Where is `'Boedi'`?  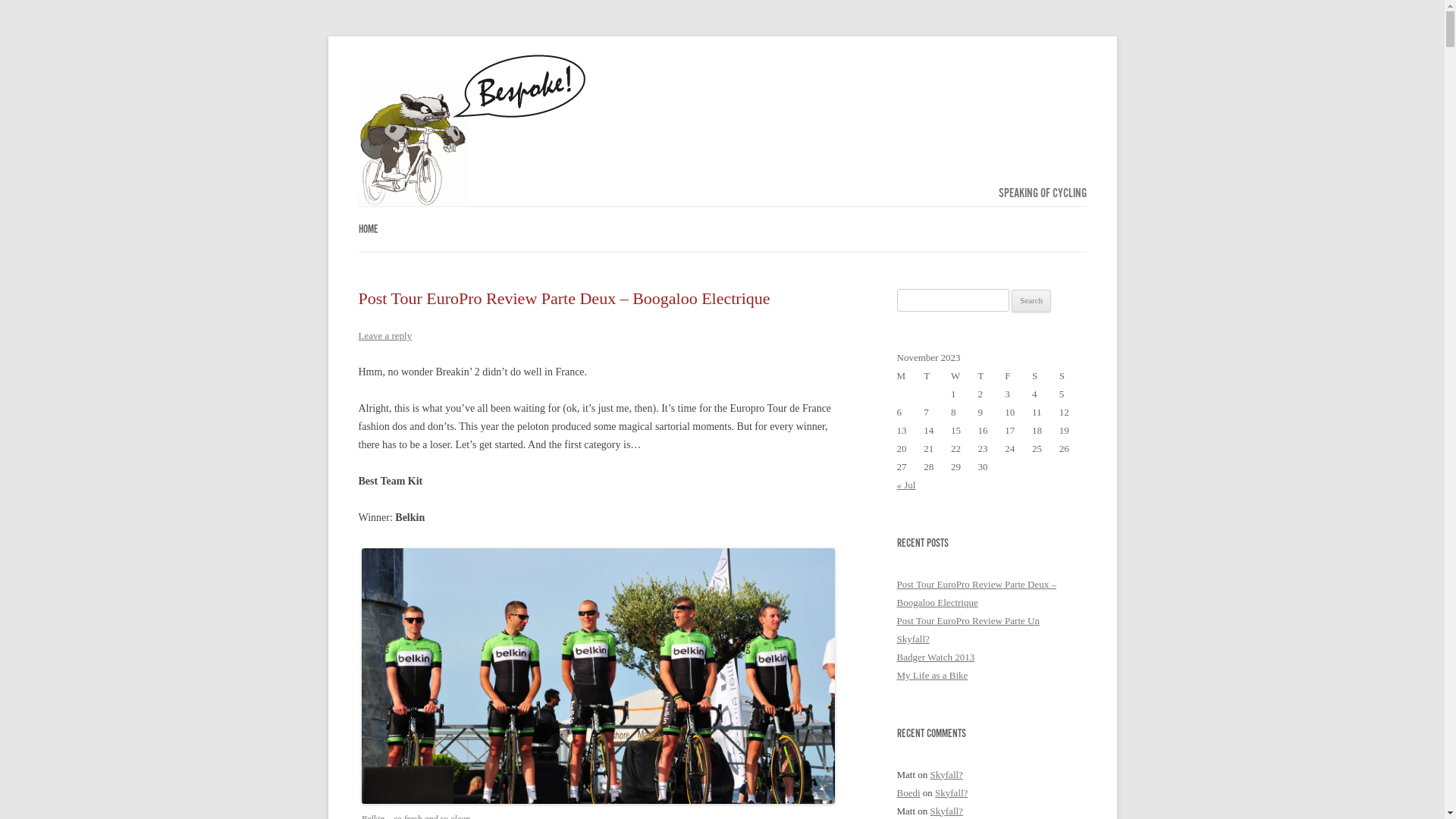 'Boedi' is located at coordinates (896, 792).